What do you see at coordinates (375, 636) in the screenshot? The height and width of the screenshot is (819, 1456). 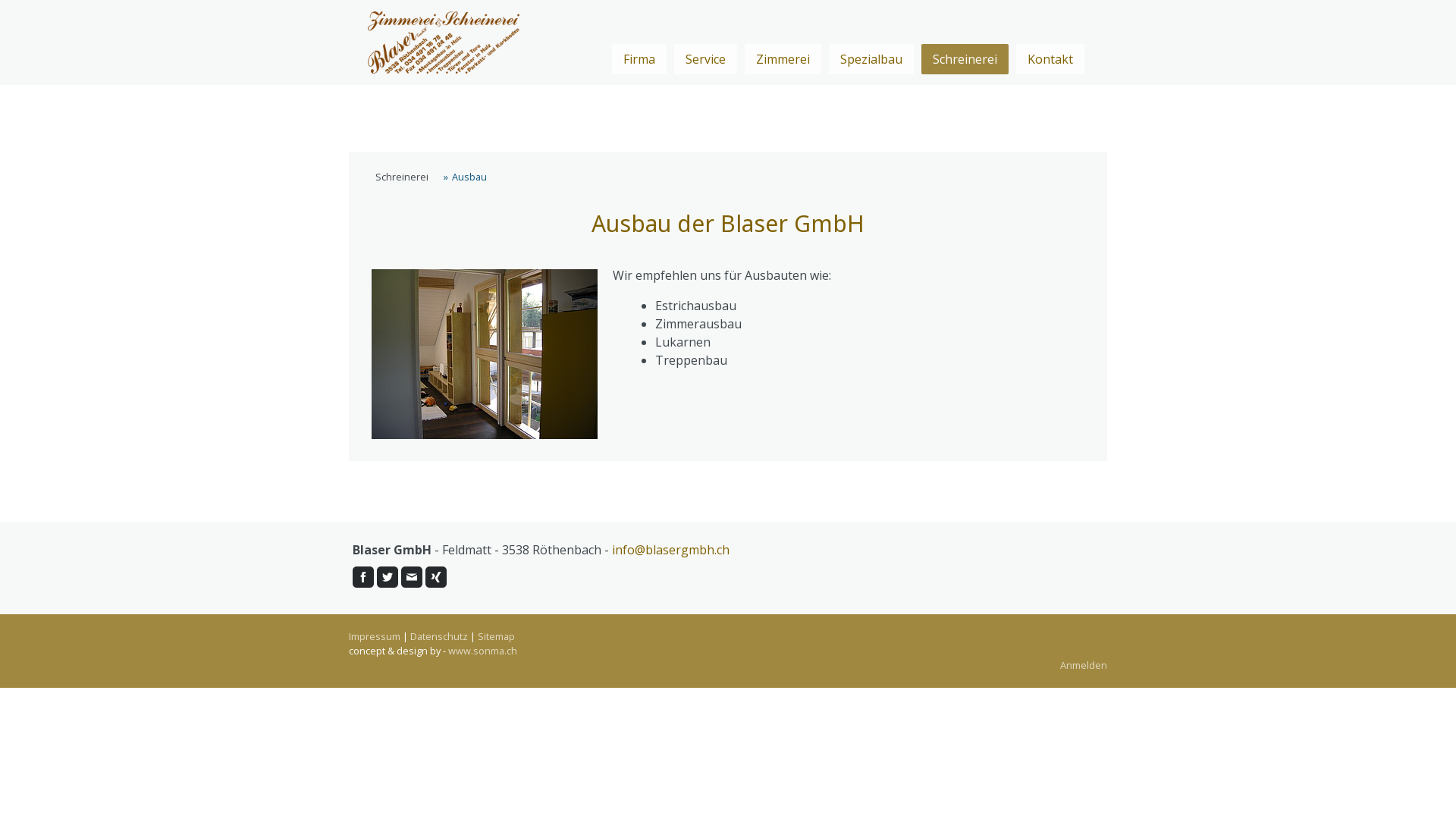 I see `'Impressum'` at bounding box center [375, 636].